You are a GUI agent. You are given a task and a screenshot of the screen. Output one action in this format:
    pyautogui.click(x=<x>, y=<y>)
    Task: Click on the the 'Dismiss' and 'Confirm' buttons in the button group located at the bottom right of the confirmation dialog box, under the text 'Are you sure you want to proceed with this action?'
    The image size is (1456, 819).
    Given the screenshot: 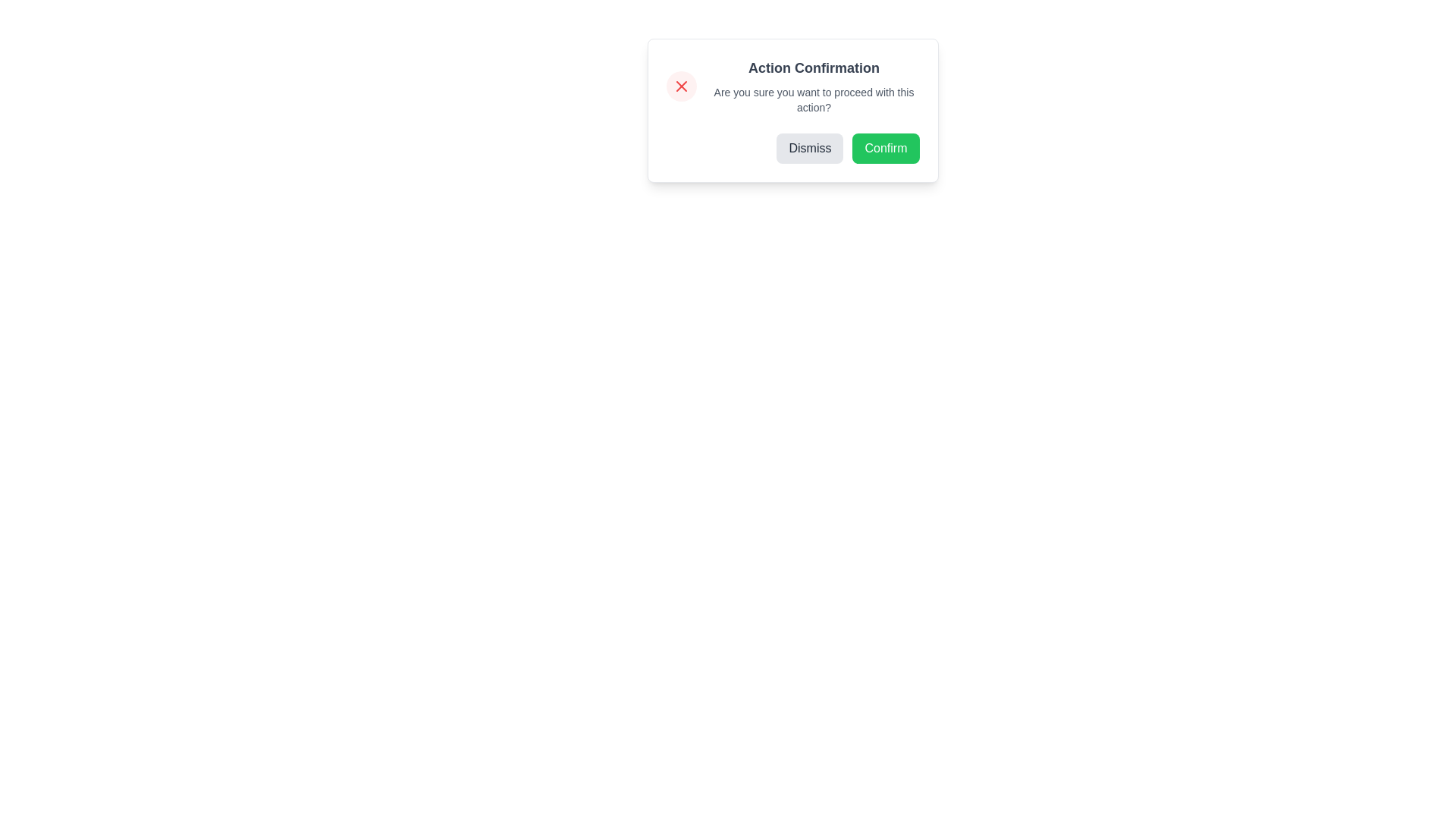 What is the action you would take?
    pyautogui.click(x=792, y=149)
    